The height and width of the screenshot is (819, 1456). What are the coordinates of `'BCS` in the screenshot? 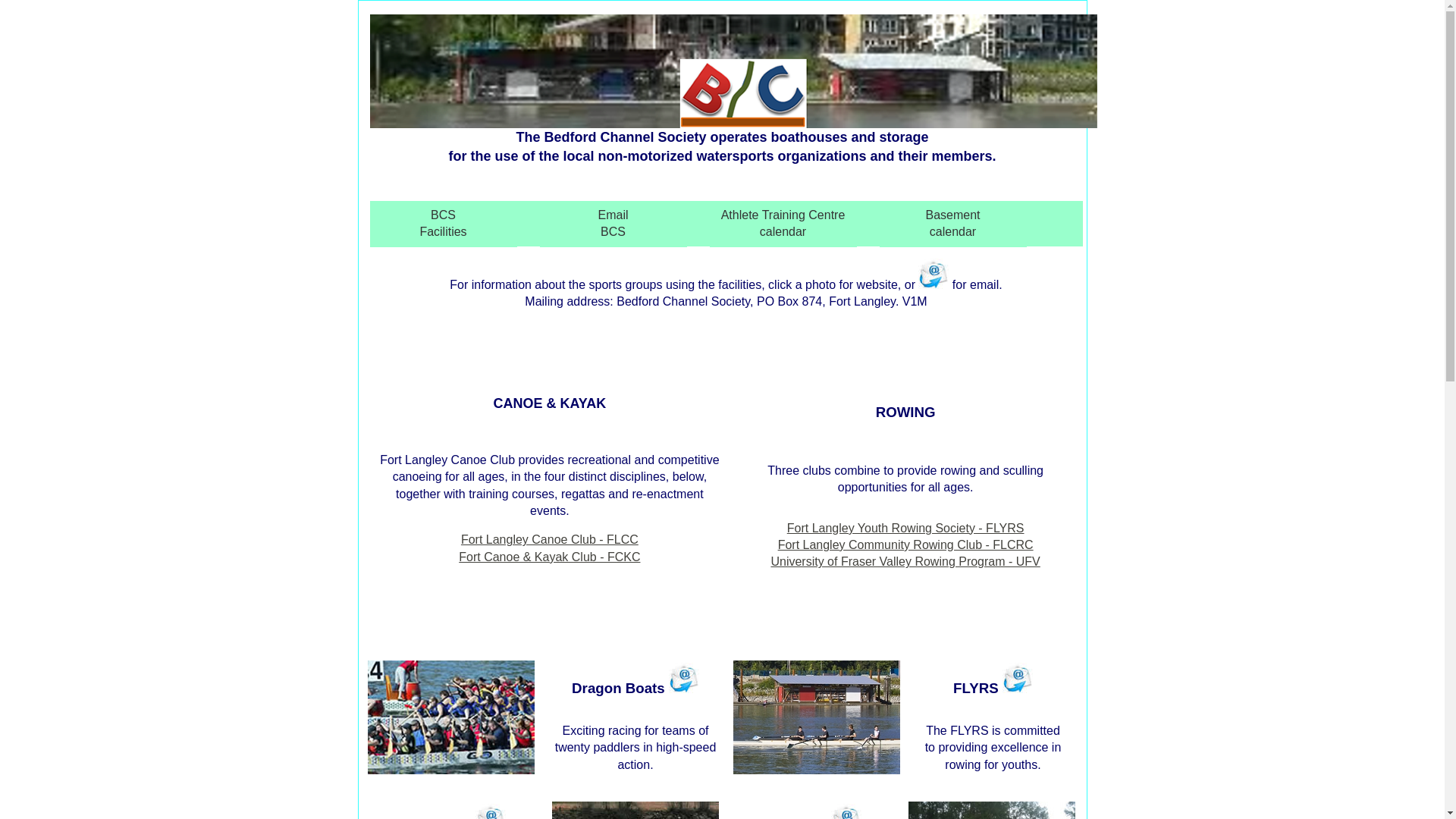 It's located at (443, 224).